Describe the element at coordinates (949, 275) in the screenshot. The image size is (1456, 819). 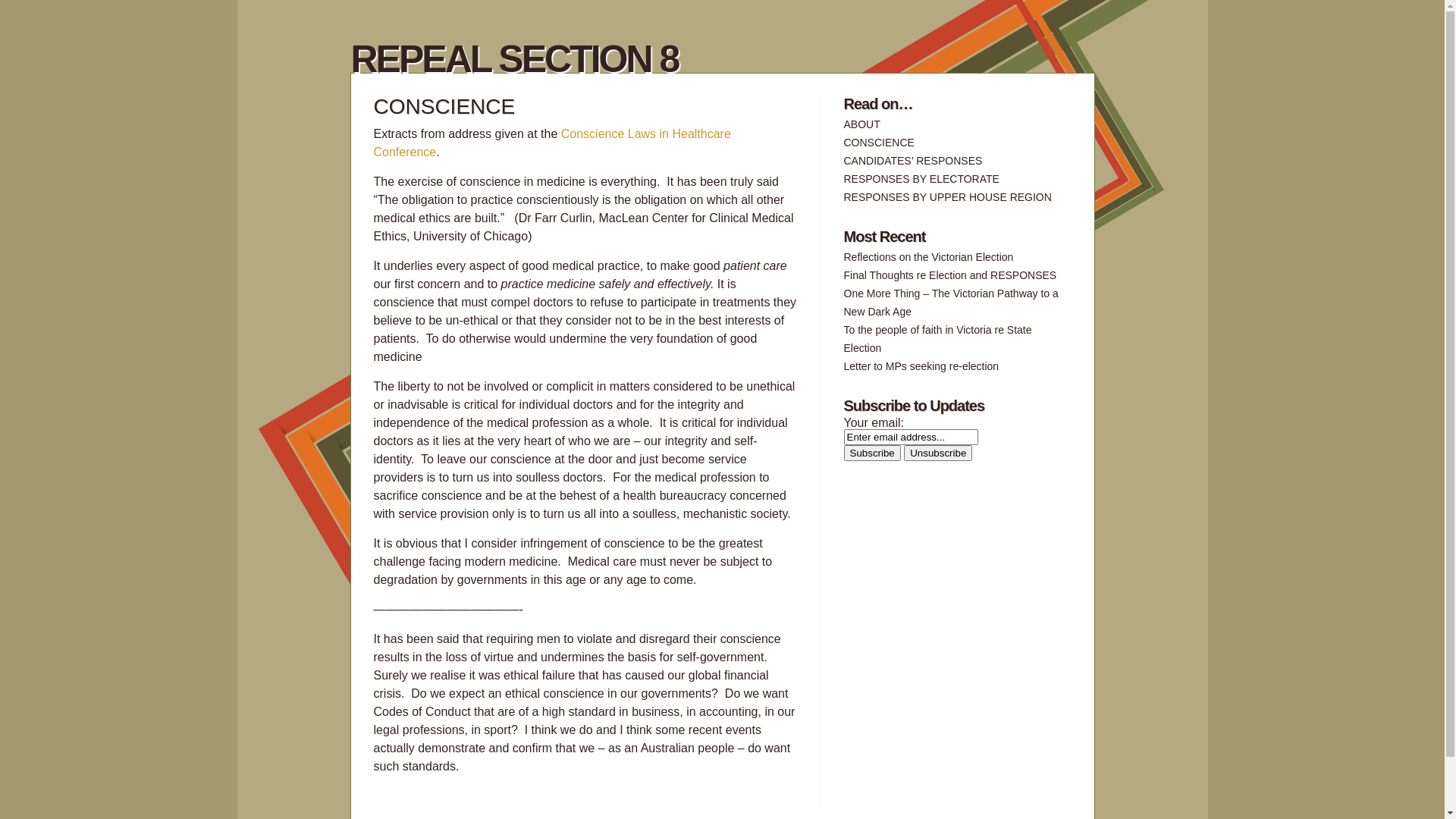
I see `'Final Thoughts re Election and RESPONSES'` at that location.